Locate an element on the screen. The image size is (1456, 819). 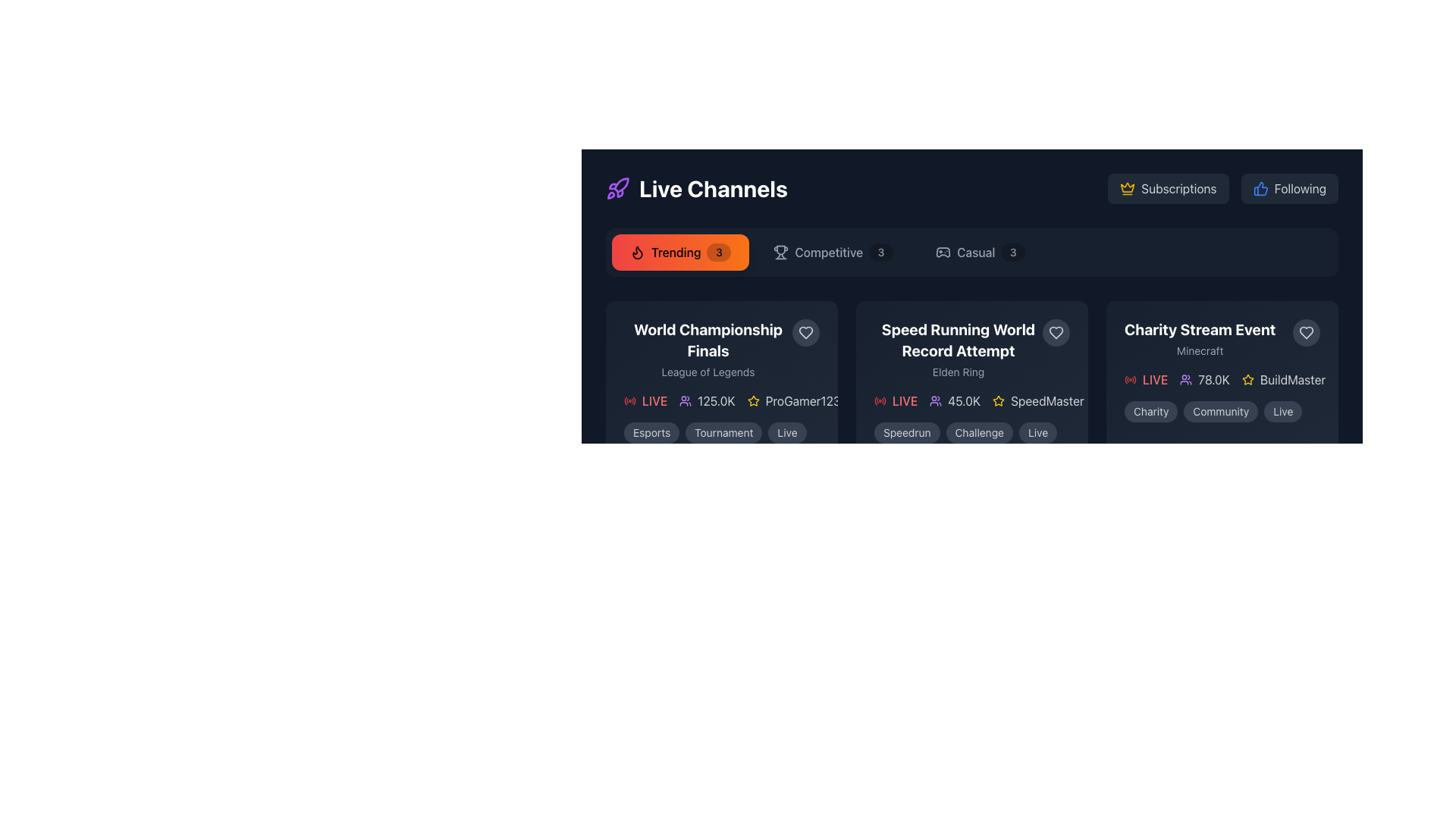
text of the pill-shaped label that says 'Challenge', which is styled with a dark gray background and located in the lower part of a card element associated with 'Speed Running World Record Attempt' is located at coordinates (979, 432).